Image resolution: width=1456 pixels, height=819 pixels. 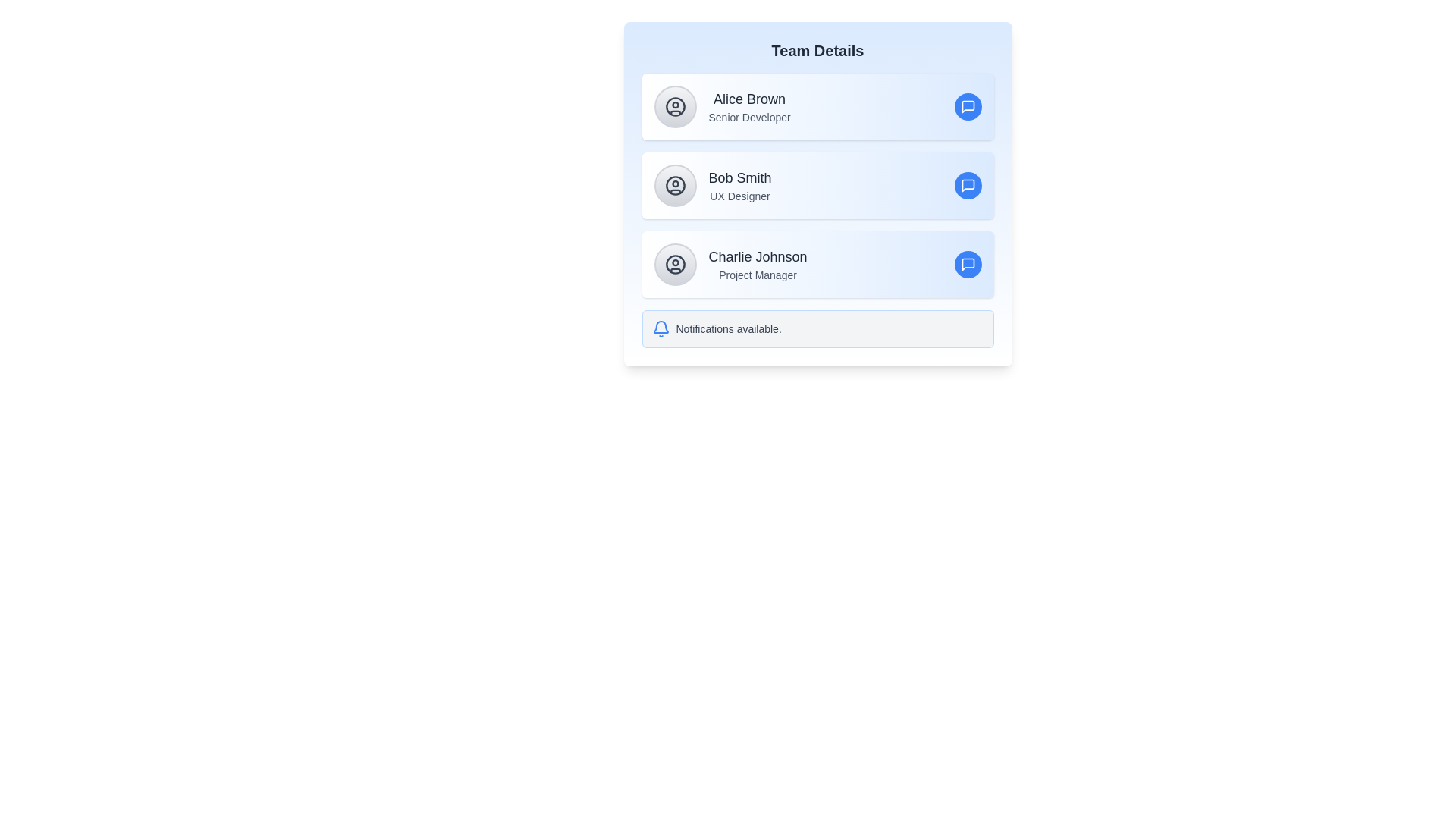 I want to click on the circular icon with a profile silhouette design, located to the left of 'Alice Brown' in the 'Team Details' list, so click(x=674, y=106).